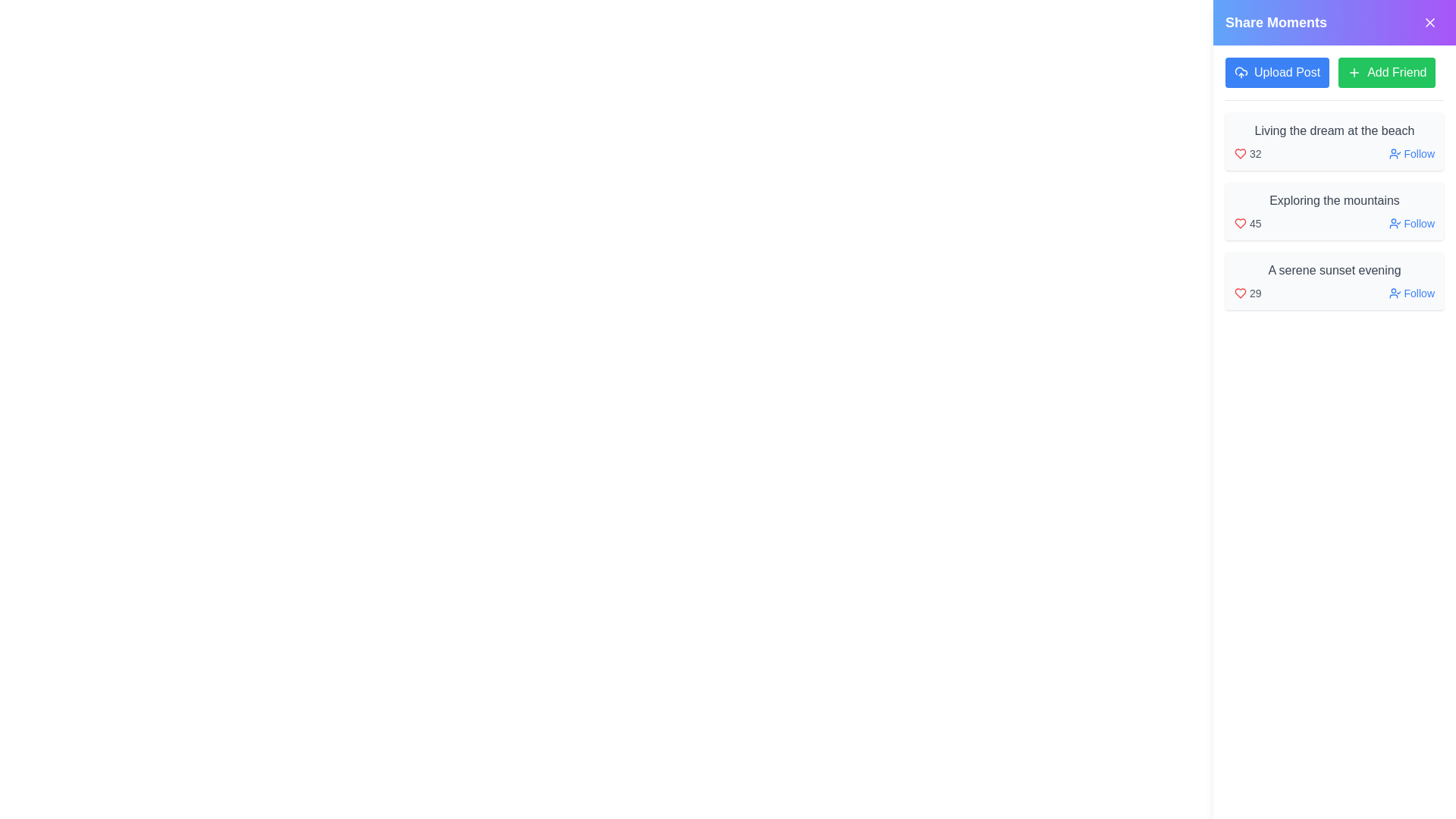 The width and height of the screenshot is (1456, 819). Describe the element at coordinates (1410, 154) in the screenshot. I see `the blue 'Follow' button located in the right sidebar under the 'Living the dream at the beach' post` at that location.